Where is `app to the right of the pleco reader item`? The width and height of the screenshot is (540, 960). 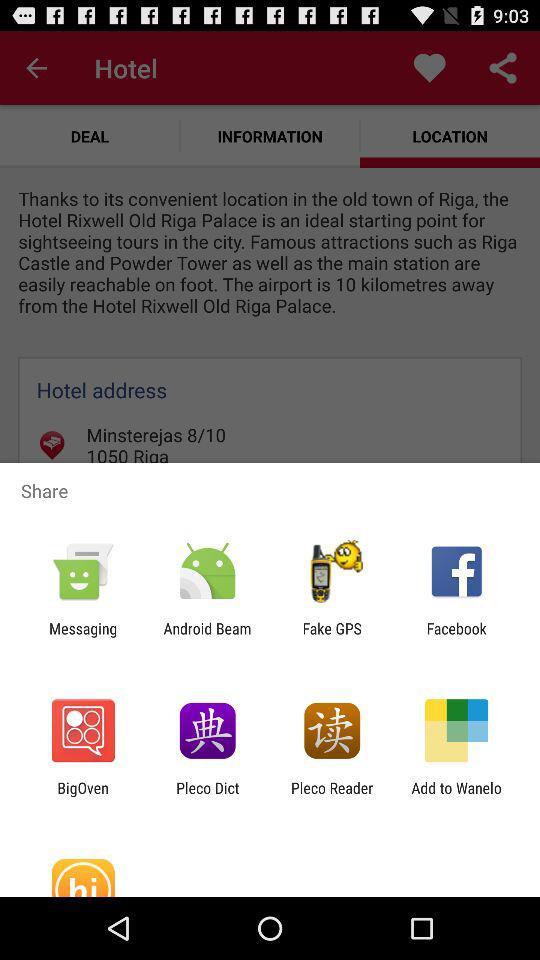 app to the right of the pleco reader item is located at coordinates (456, 796).